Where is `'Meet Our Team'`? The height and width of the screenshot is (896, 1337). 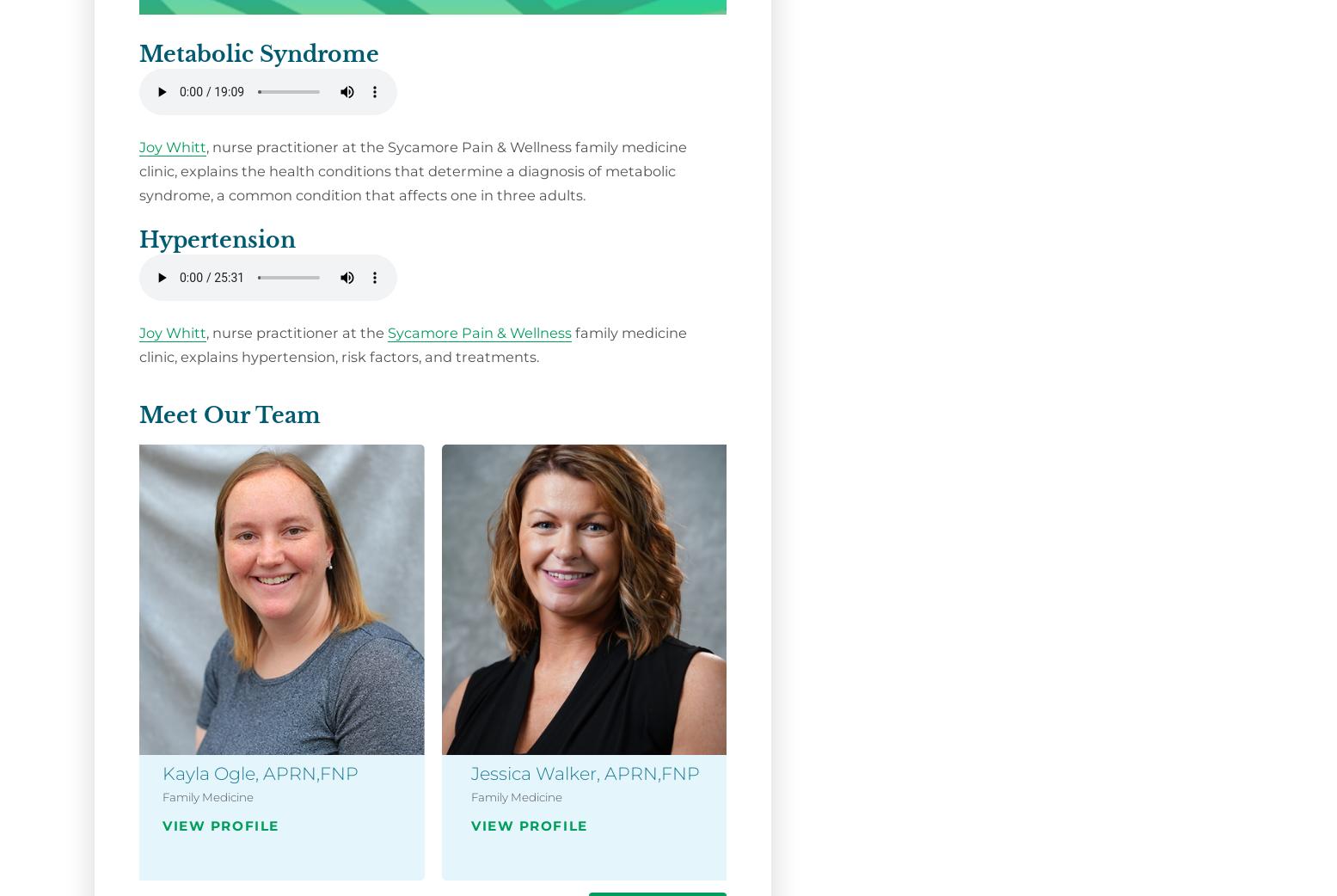 'Meet Our Team' is located at coordinates (230, 414).